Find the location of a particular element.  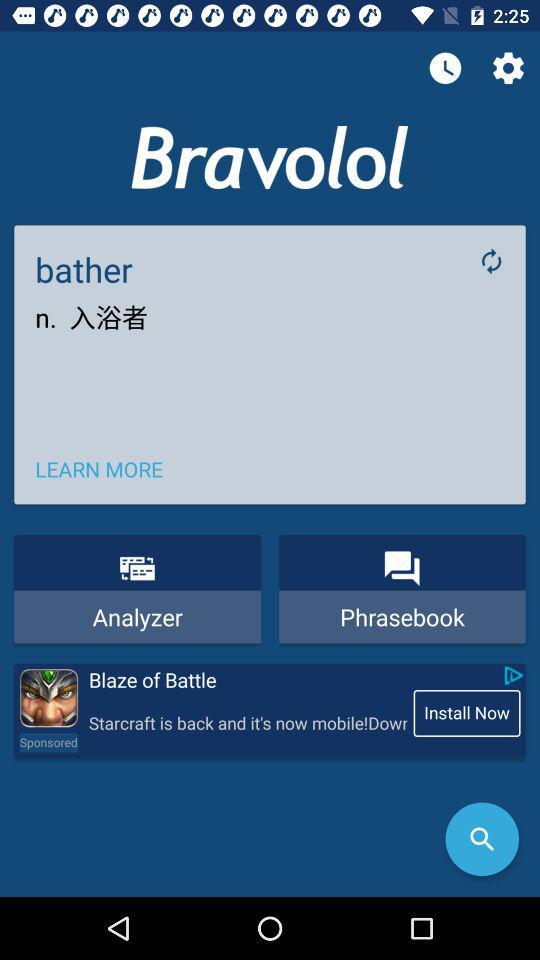

blaze of battle is located at coordinates (246, 680).